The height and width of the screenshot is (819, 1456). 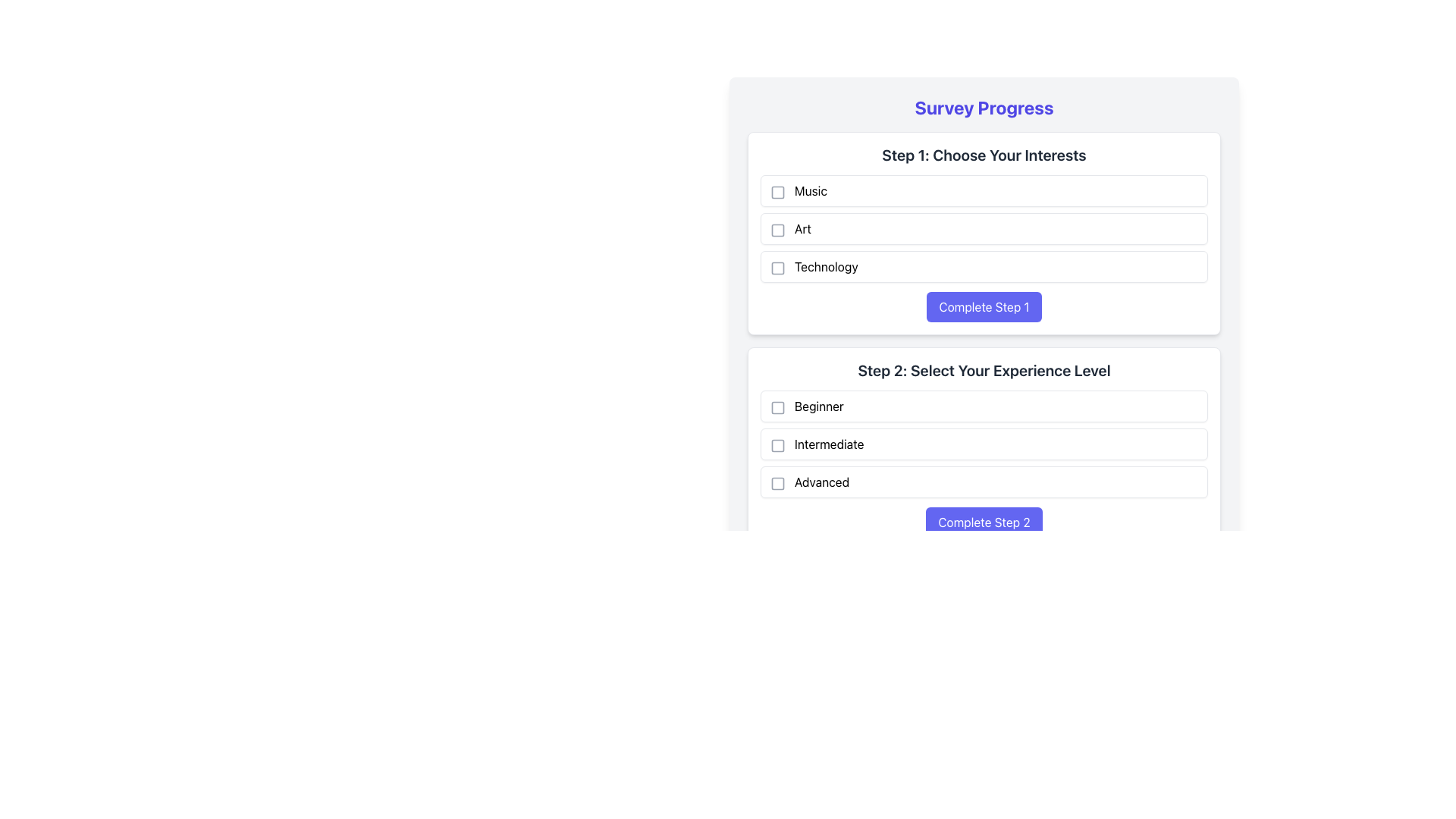 What do you see at coordinates (778, 230) in the screenshot?
I see `the graphical representation of the checkbox for the 'Art' option in the 'Step 1: Choose Your Interests' list` at bounding box center [778, 230].